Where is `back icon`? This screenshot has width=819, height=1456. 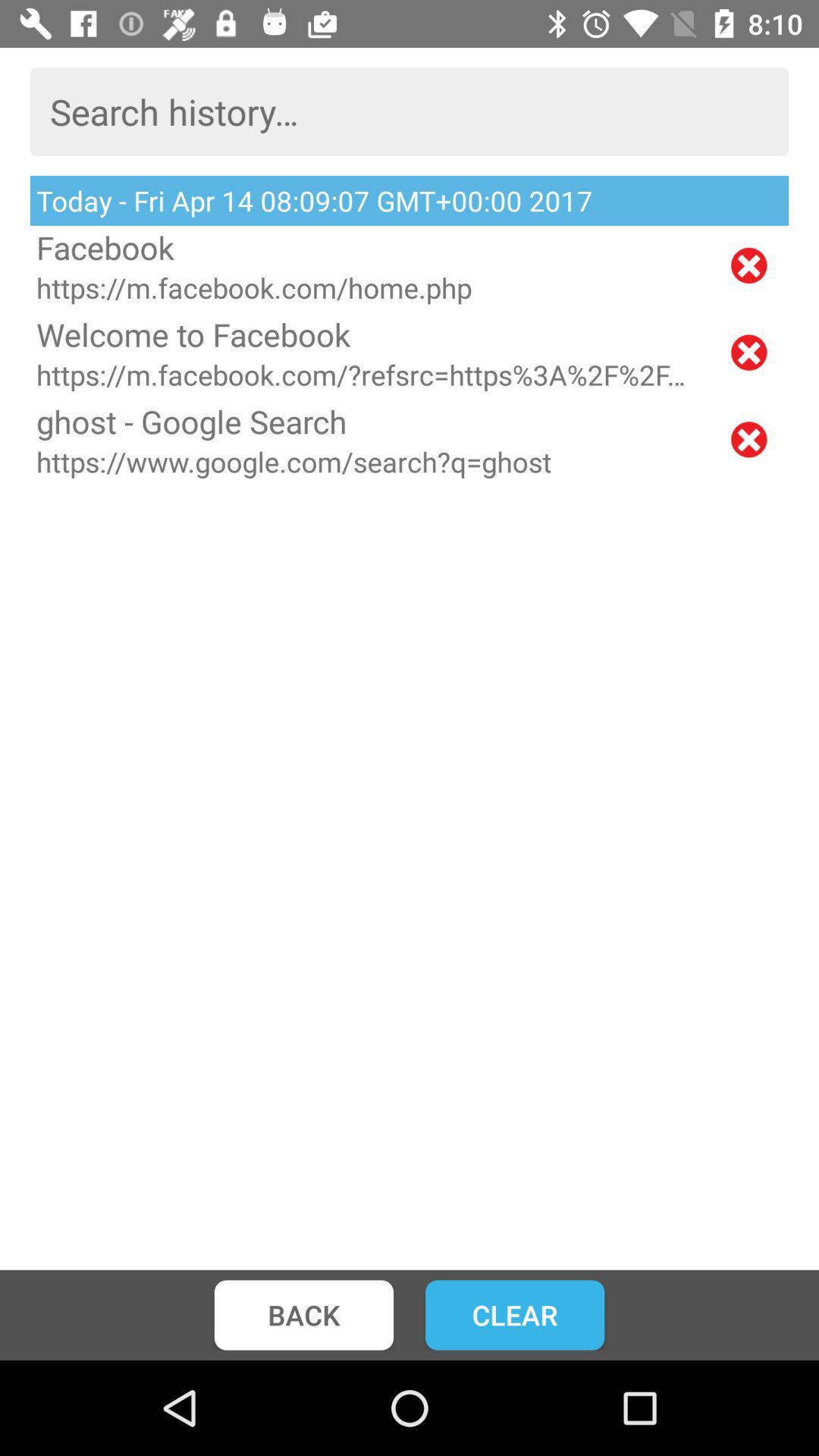 back icon is located at coordinates (303, 1314).